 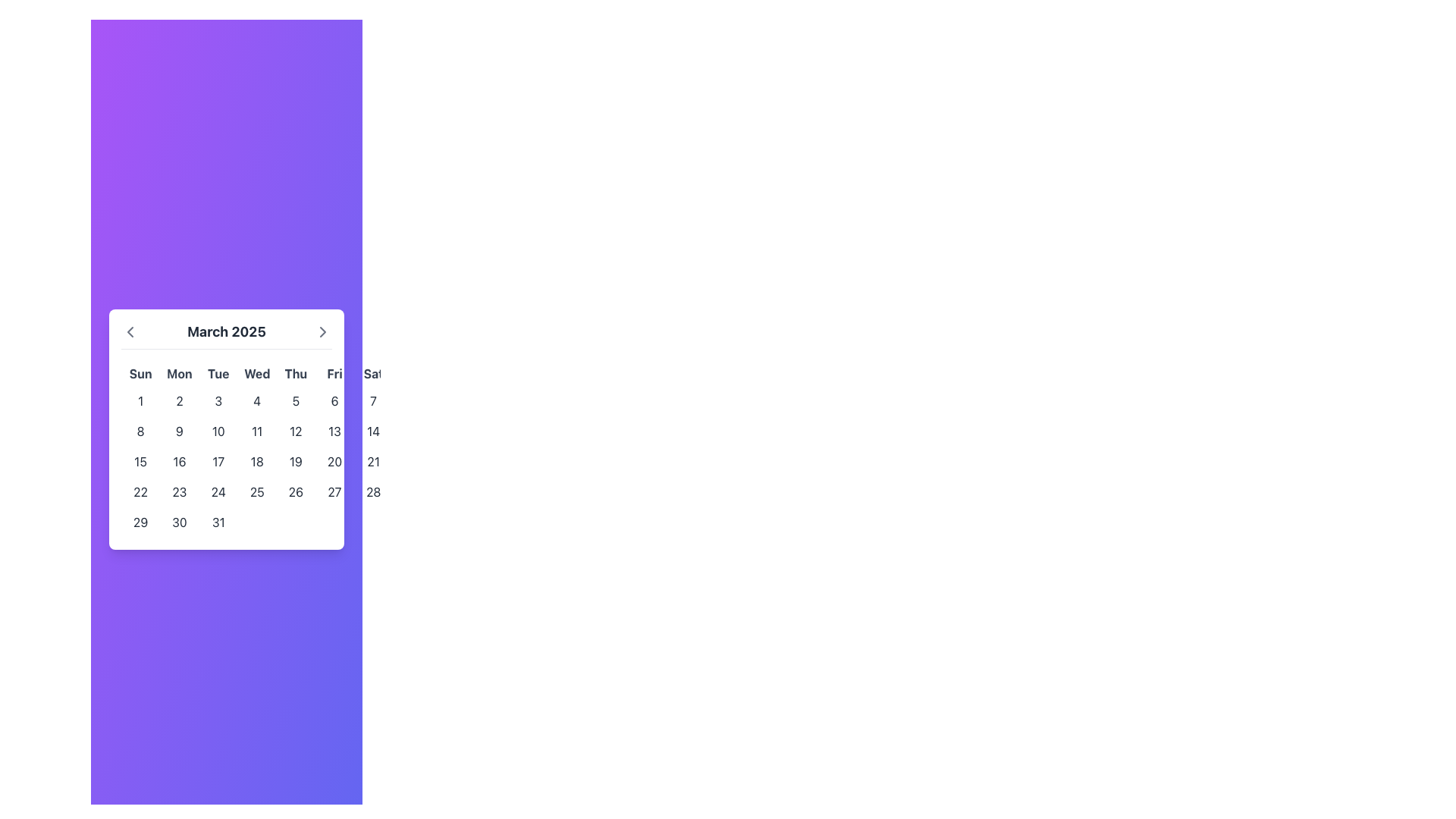 I want to click on the text label displaying the number '11' in the calendar interface, so click(x=257, y=431).